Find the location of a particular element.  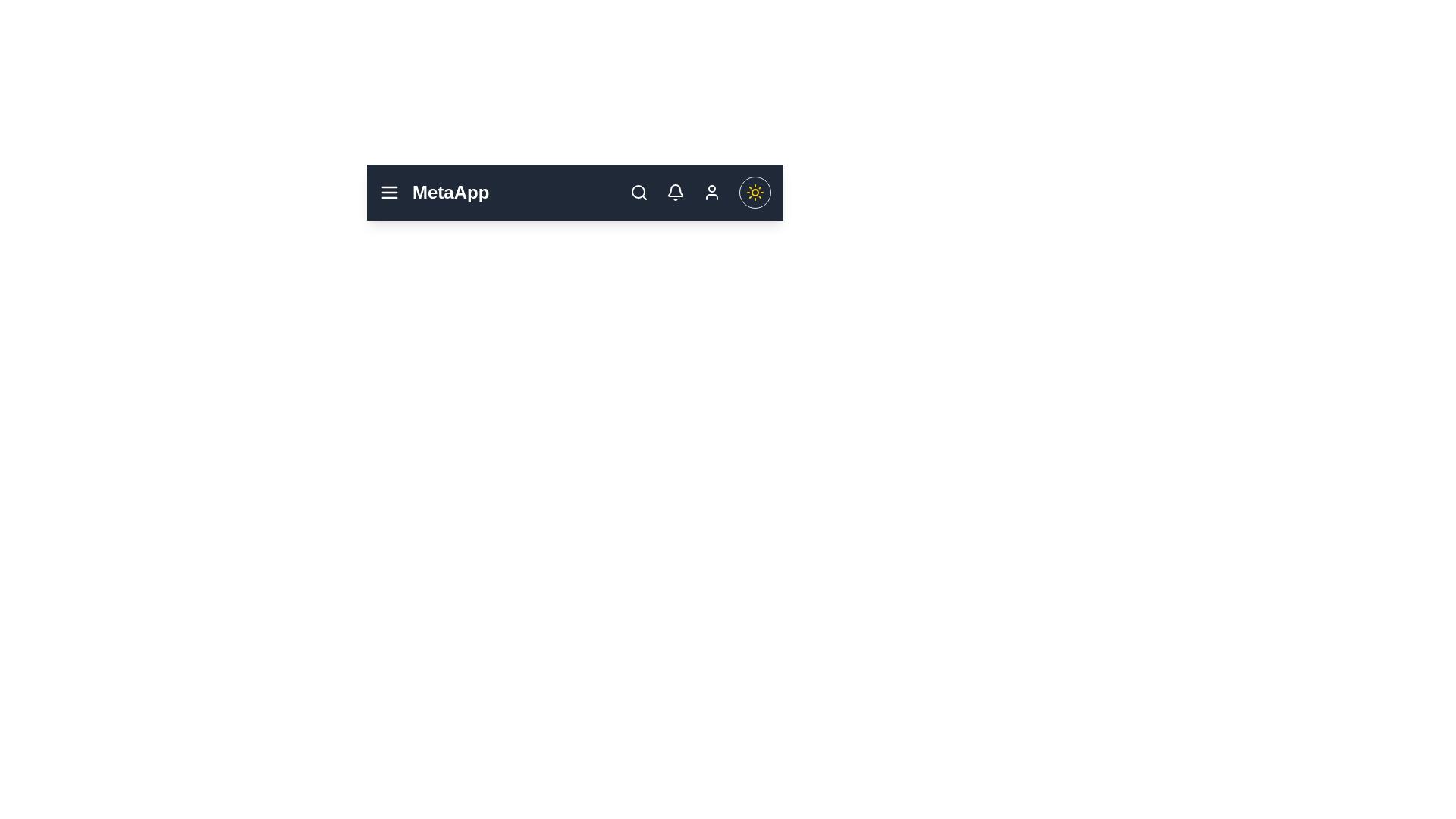

the theme toggle button to switch between dark mode and light mode is located at coordinates (755, 192).